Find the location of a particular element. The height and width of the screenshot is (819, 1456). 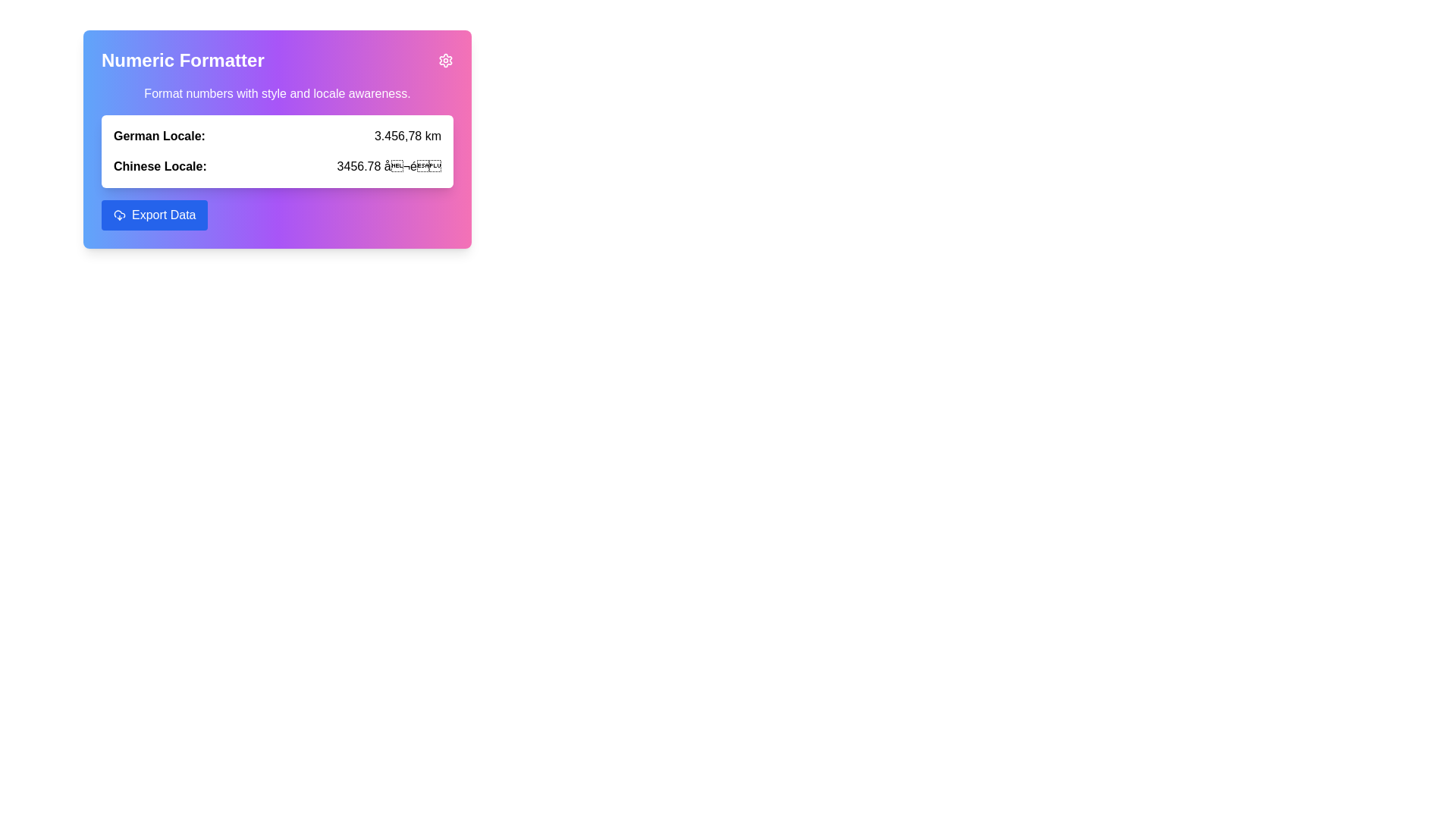

the text content within the export button located at the bottom-left corner of the interface is located at coordinates (164, 215).